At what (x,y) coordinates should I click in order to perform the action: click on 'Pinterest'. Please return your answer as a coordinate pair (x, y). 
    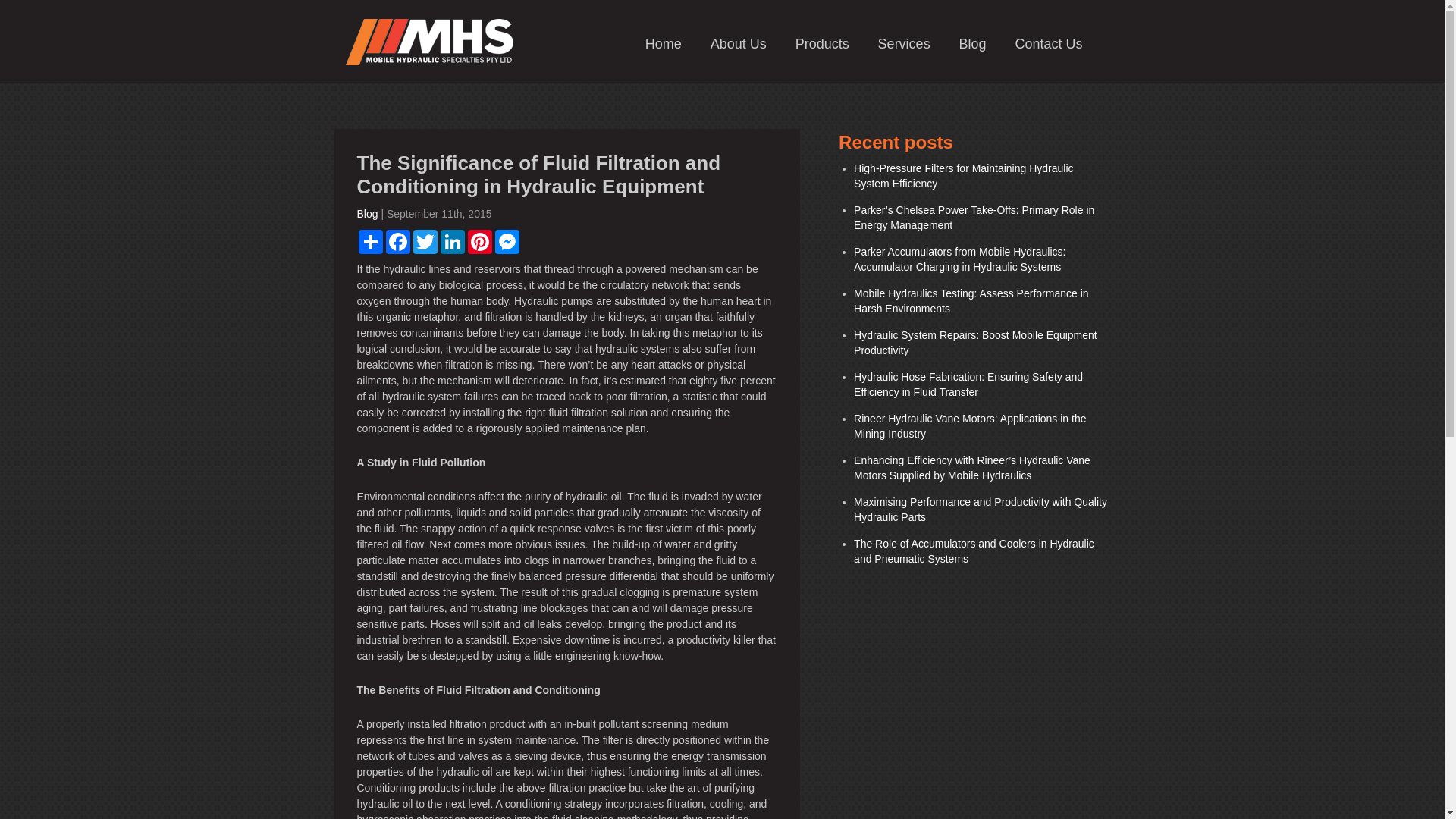
    Looking at the image, I should click on (479, 241).